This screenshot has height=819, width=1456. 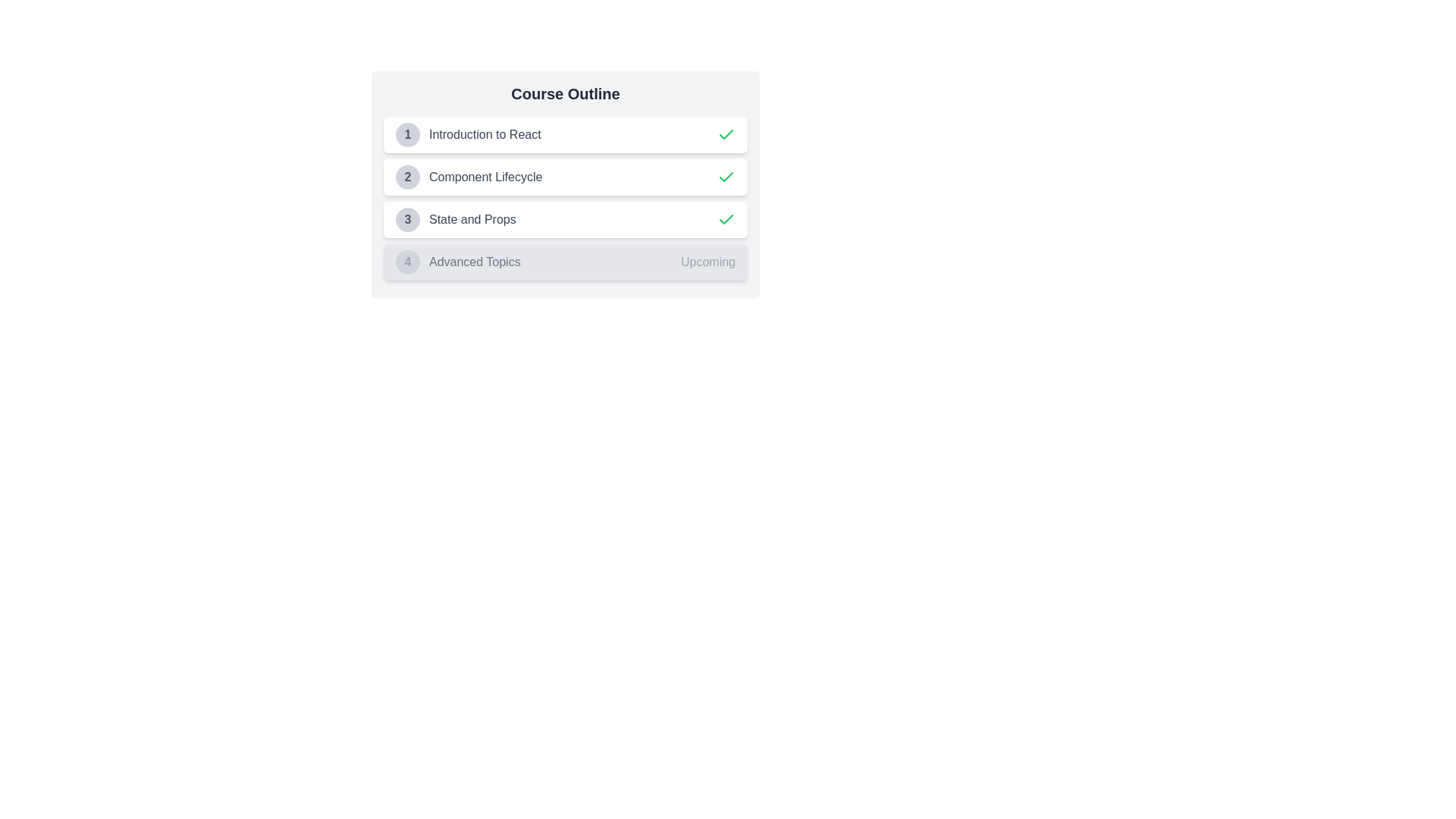 I want to click on the Button-like indicator marking 'Advanced Topics' in the Course Outline, located in the bottom left section of the fourth item, so click(x=407, y=262).